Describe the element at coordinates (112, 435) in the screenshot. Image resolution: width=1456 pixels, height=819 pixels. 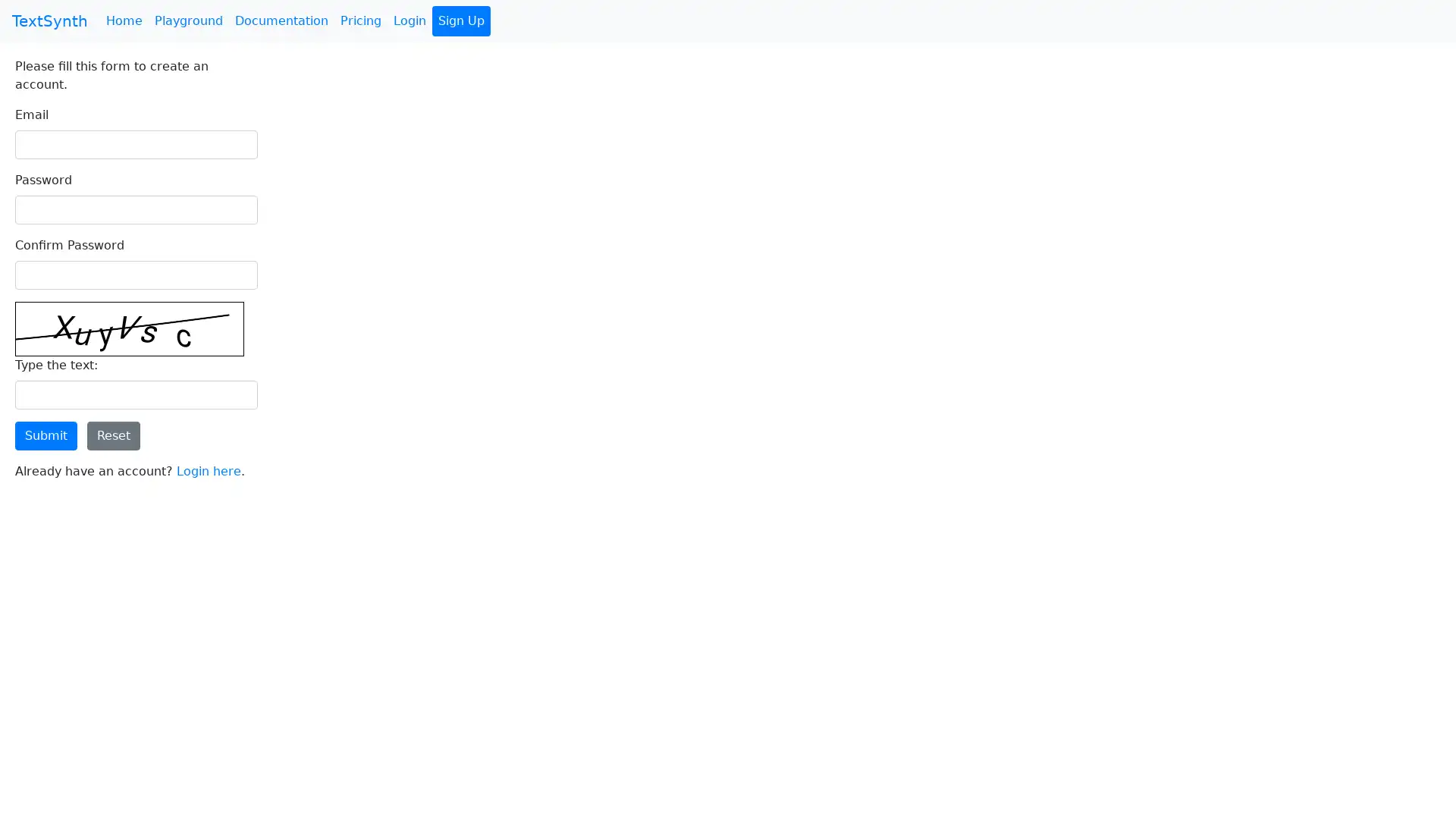
I see `Reset` at that location.